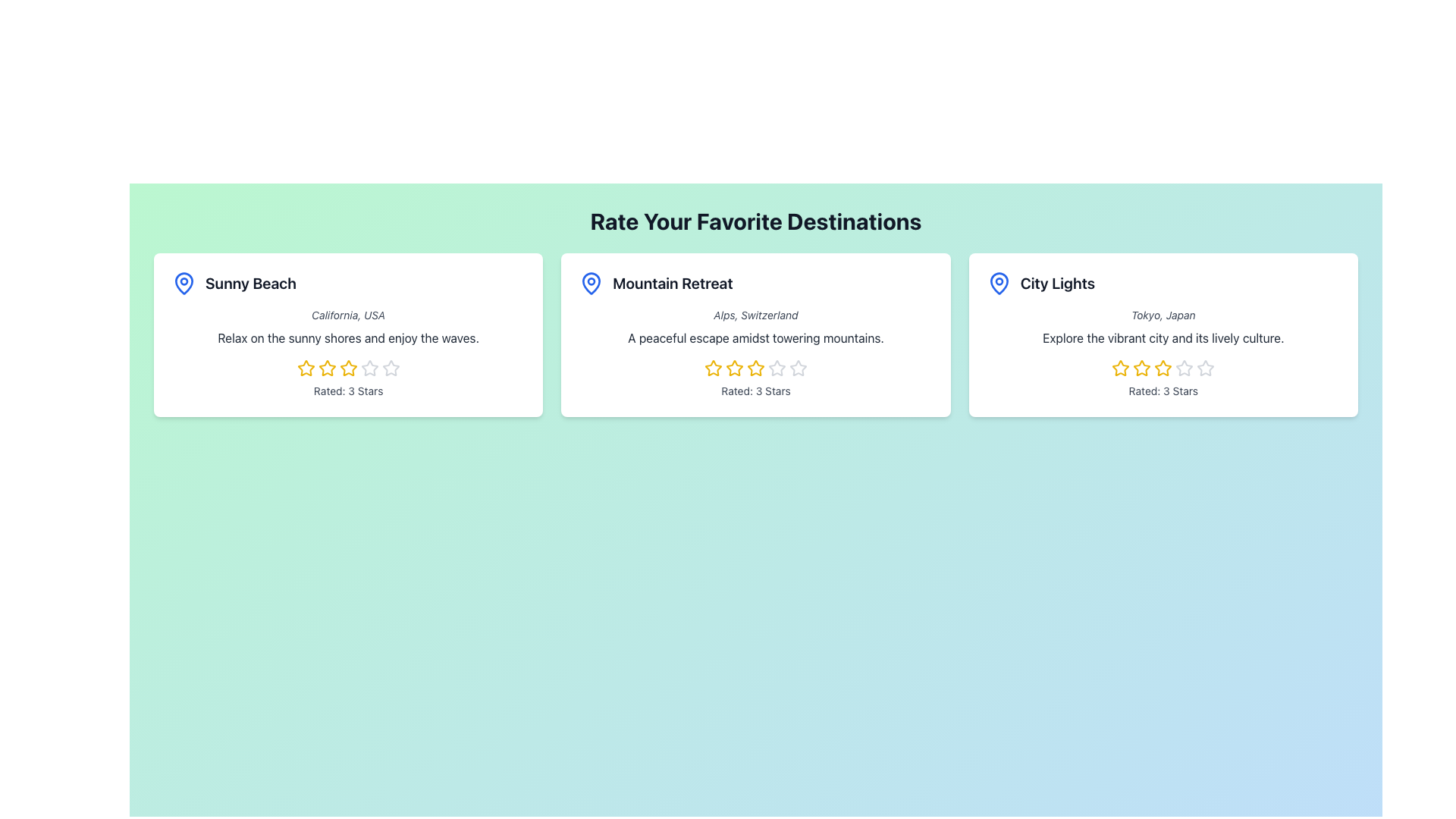  Describe the element at coordinates (999, 284) in the screenshot. I see `the icon resembling a pin or marker with a blue border and white interior, located at the top-left corner of the 'City Lights' card` at that location.